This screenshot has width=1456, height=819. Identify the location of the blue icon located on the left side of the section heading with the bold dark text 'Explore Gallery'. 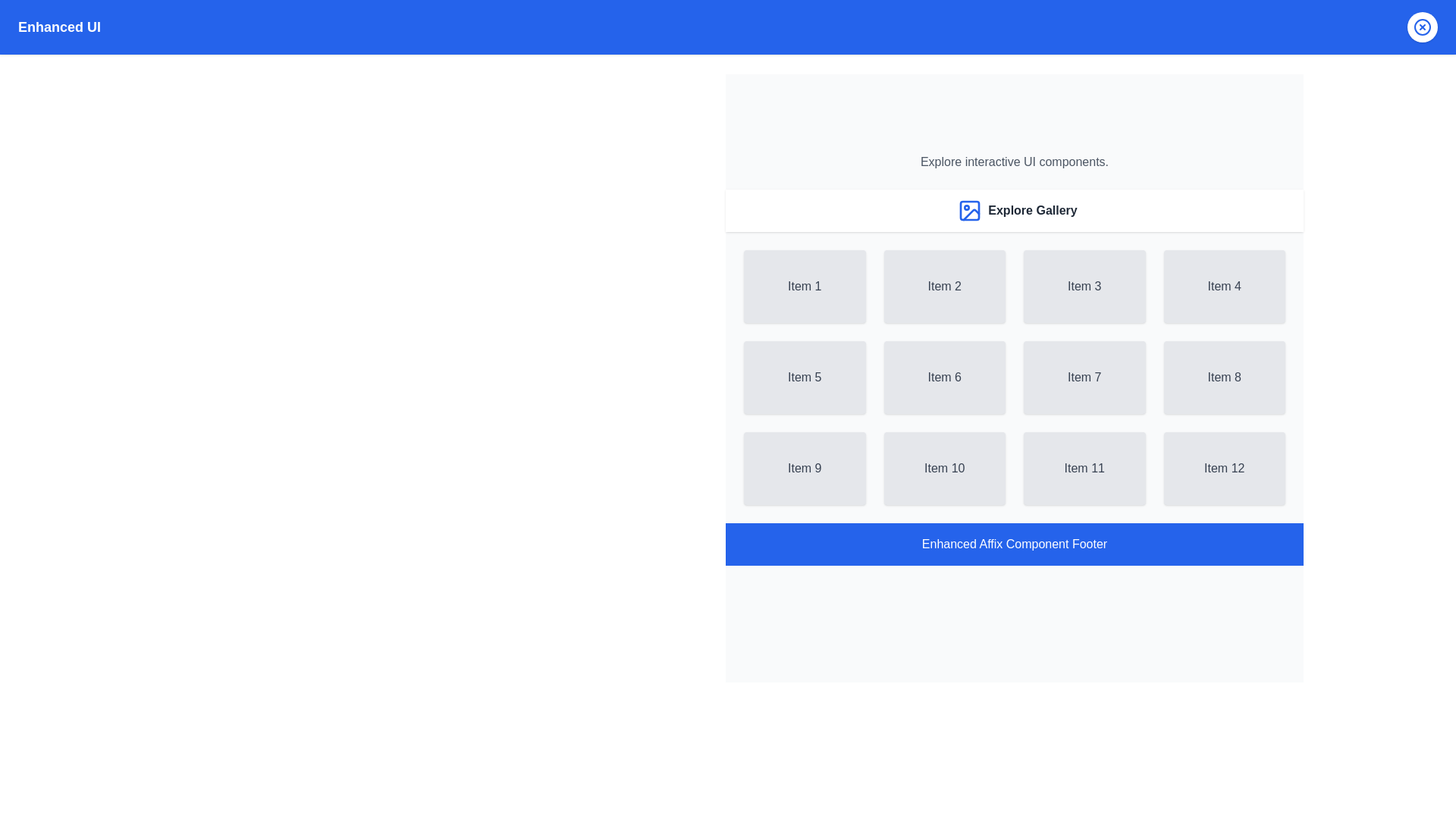
(1015, 210).